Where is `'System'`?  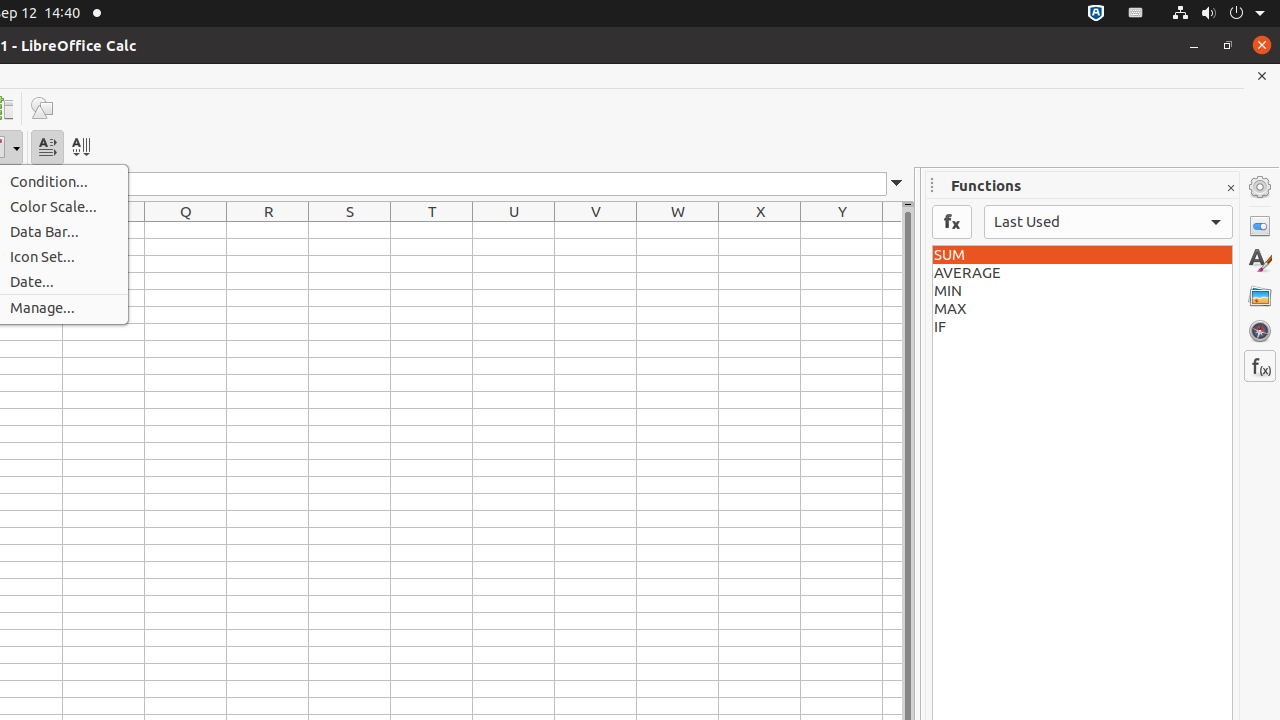 'System' is located at coordinates (1217, 13).